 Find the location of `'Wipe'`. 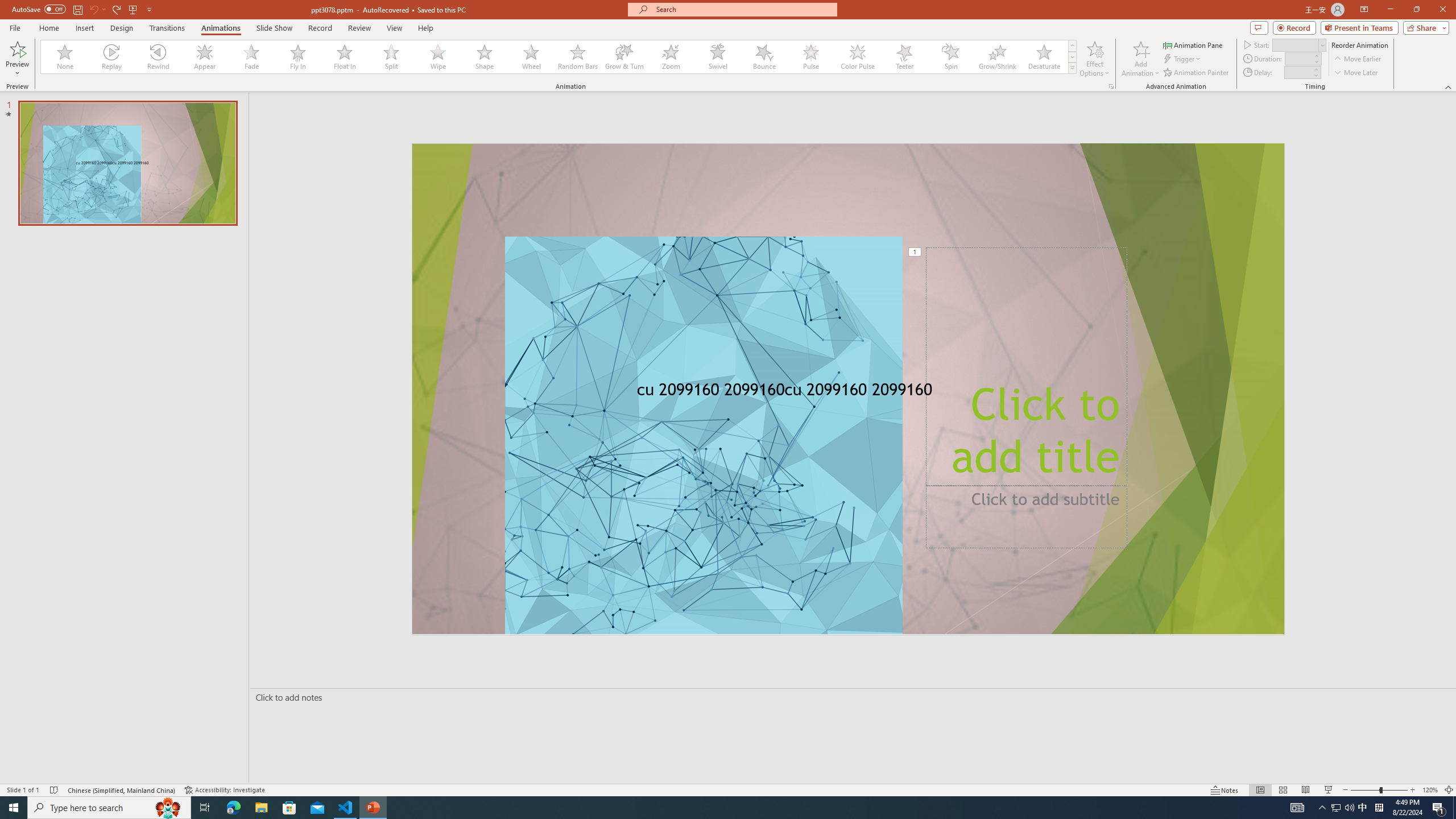

'Wipe' is located at coordinates (438, 56).